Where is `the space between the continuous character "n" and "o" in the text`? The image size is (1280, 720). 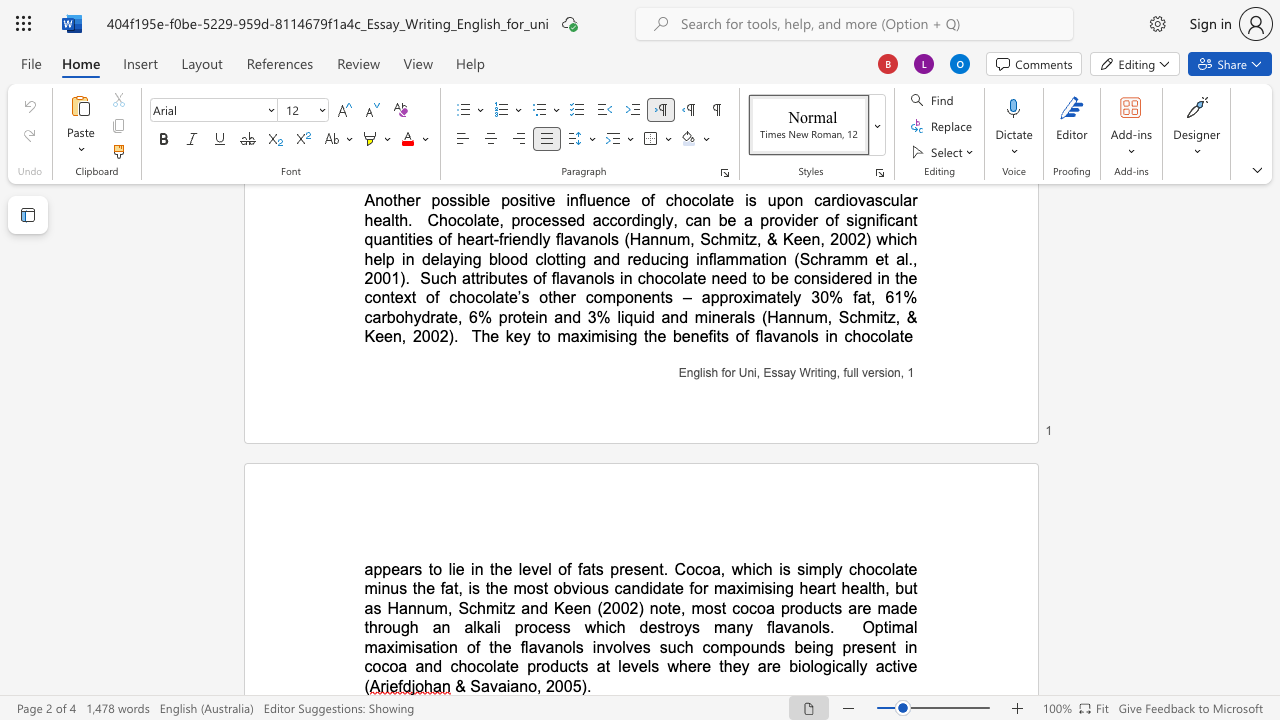 the space between the continuous character "n" and "o" in the text is located at coordinates (528, 685).